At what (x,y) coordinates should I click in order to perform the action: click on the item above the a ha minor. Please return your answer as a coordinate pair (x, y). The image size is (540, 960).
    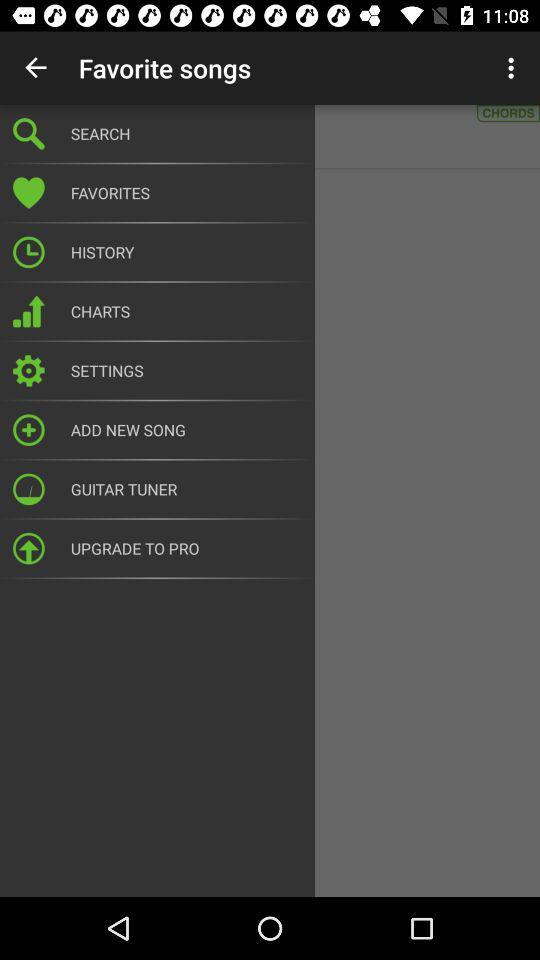
    Looking at the image, I should click on (36, 68).